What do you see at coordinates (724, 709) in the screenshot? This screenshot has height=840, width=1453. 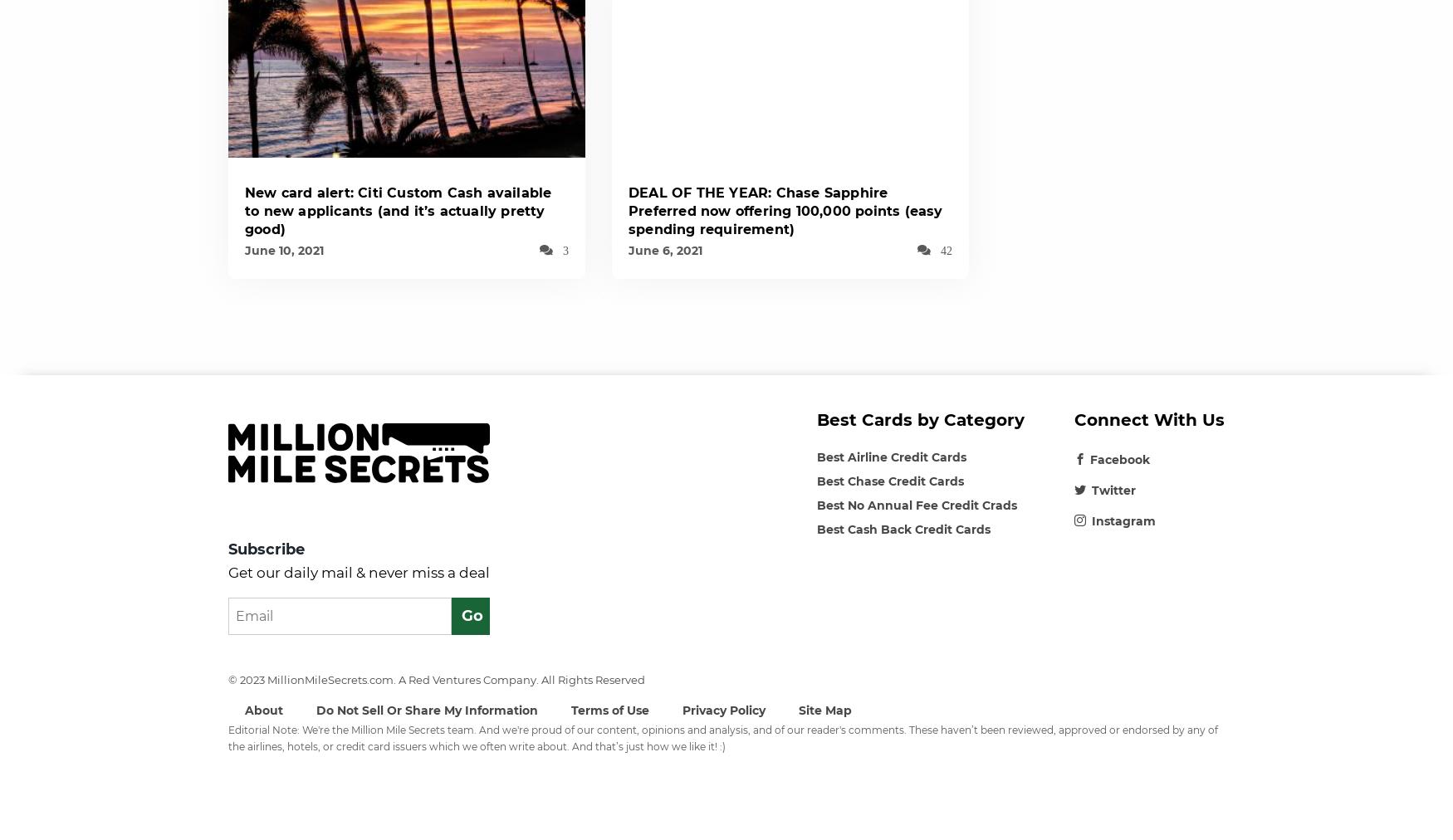 I see `'Privacy Policy'` at bounding box center [724, 709].